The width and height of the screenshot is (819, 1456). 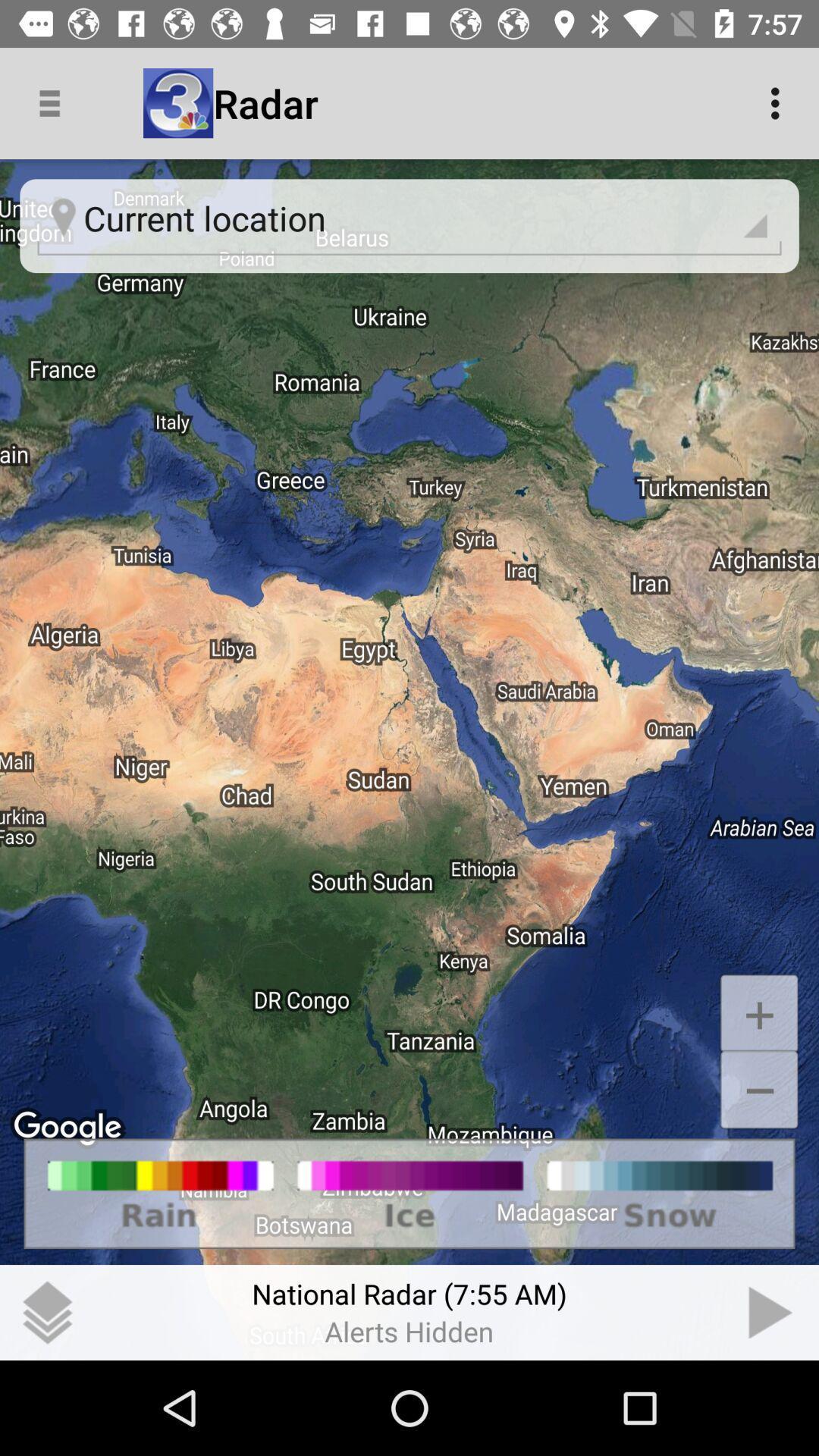 What do you see at coordinates (779, 102) in the screenshot?
I see `item to the right of radar` at bounding box center [779, 102].